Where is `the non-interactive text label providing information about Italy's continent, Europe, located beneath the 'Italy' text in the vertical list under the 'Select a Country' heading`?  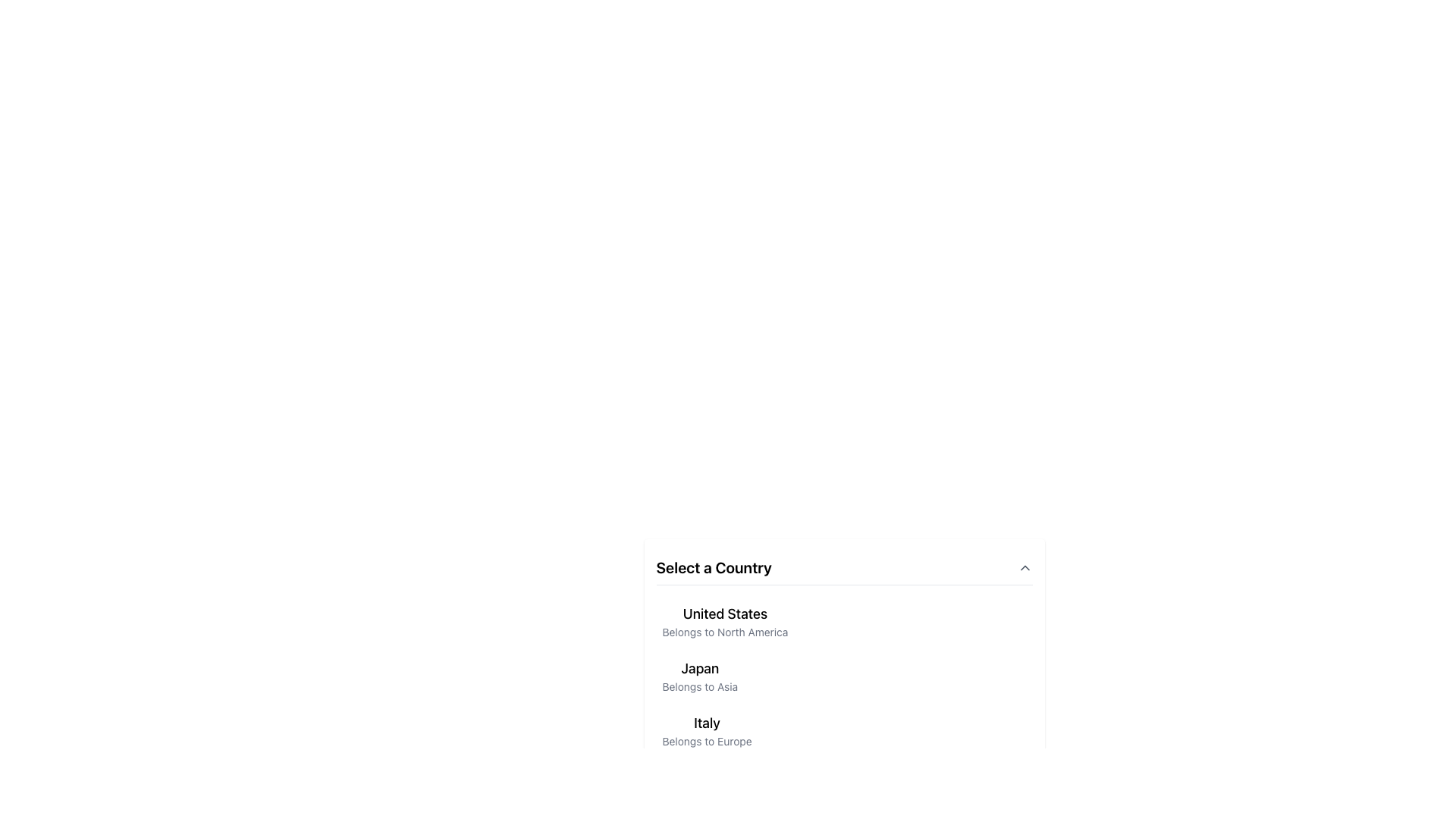 the non-interactive text label providing information about Italy's continent, Europe, located beneath the 'Italy' text in the vertical list under the 'Select a Country' heading is located at coordinates (706, 741).